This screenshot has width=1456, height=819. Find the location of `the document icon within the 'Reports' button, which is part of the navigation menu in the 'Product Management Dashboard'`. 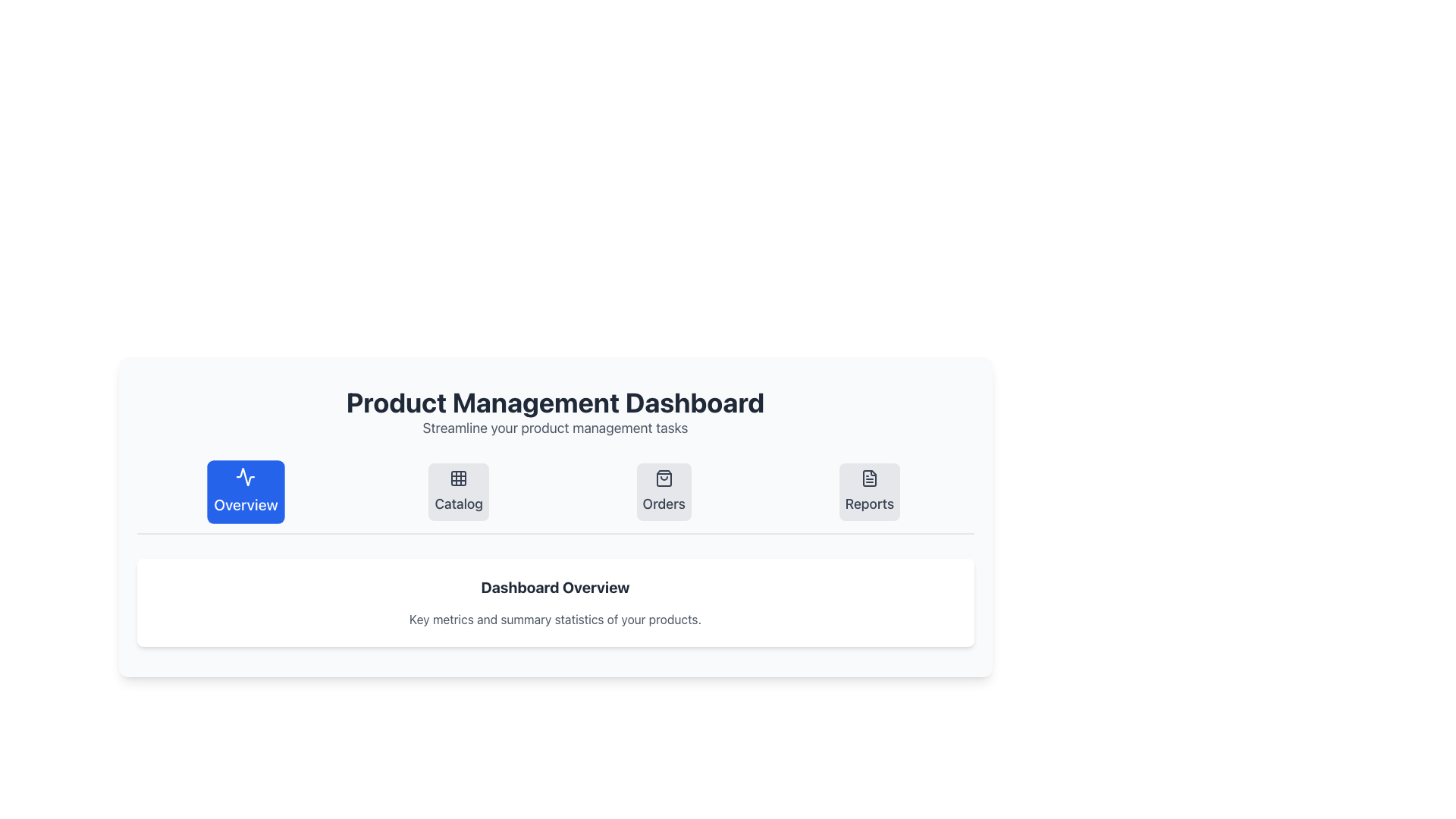

the document icon within the 'Reports' button, which is part of the navigation menu in the 'Product Management Dashboard' is located at coordinates (869, 479).